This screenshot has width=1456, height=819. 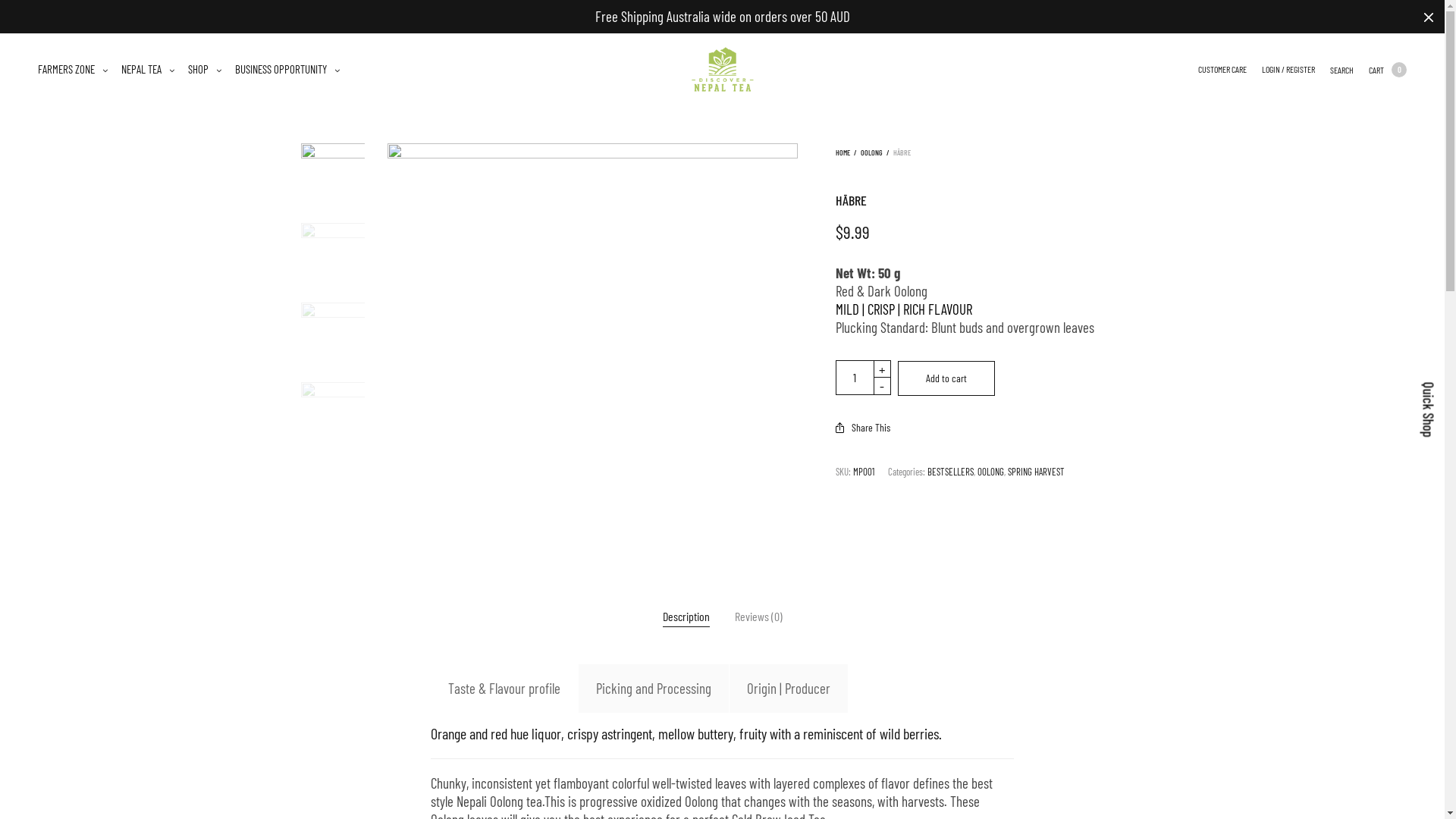 I want to click on 'Add to cart', so click(x=898, y=377).